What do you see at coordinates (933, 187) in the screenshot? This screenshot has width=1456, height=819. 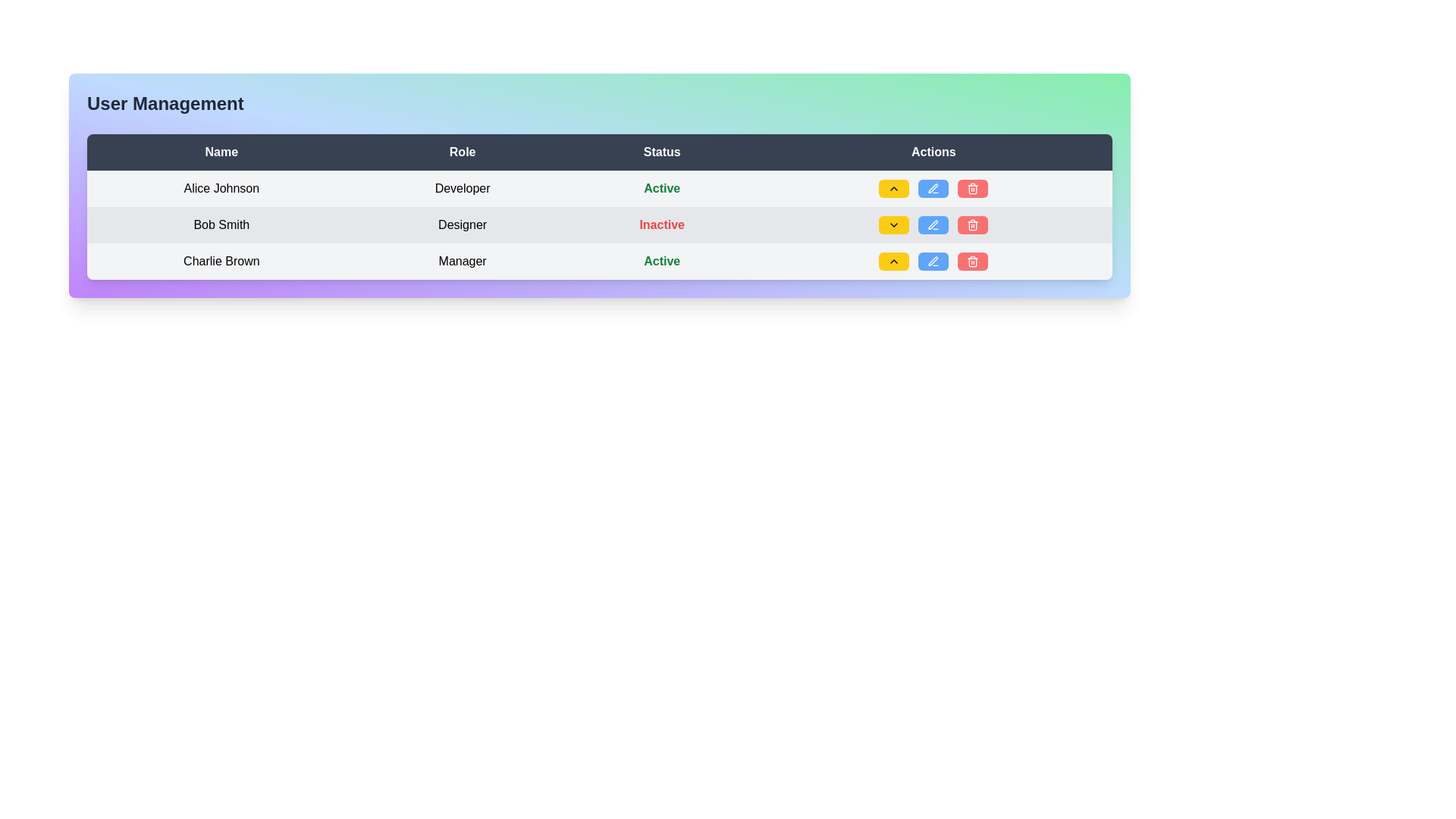 I see `the edit button for user Bob Smith located in the actions column of the second row in the table` at bounding box center [933, 187].